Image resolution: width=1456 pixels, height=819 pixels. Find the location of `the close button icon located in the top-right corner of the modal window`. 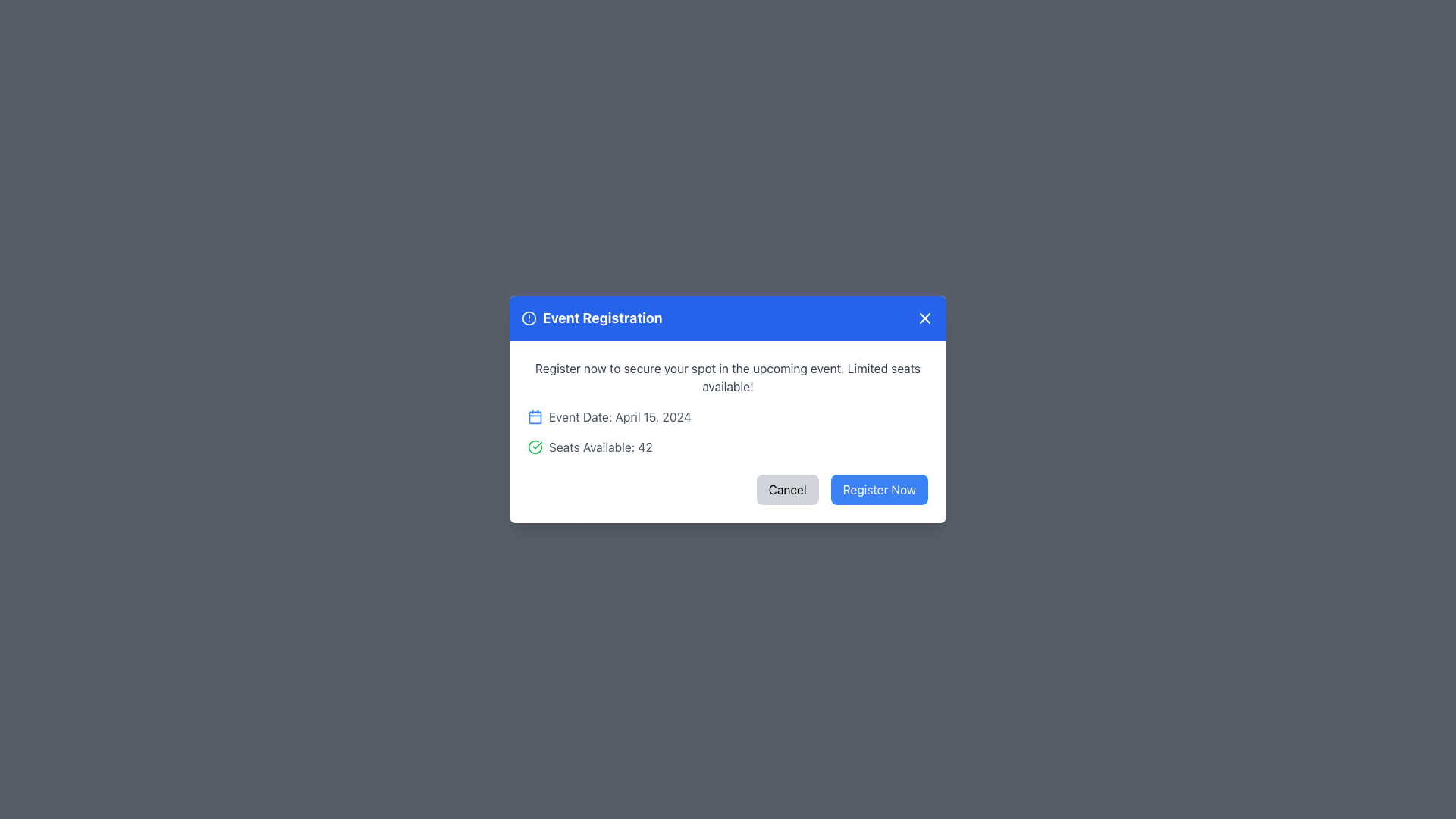

the close button icon located in the top-right corner of the modal window is located at coordinates (924, 318).